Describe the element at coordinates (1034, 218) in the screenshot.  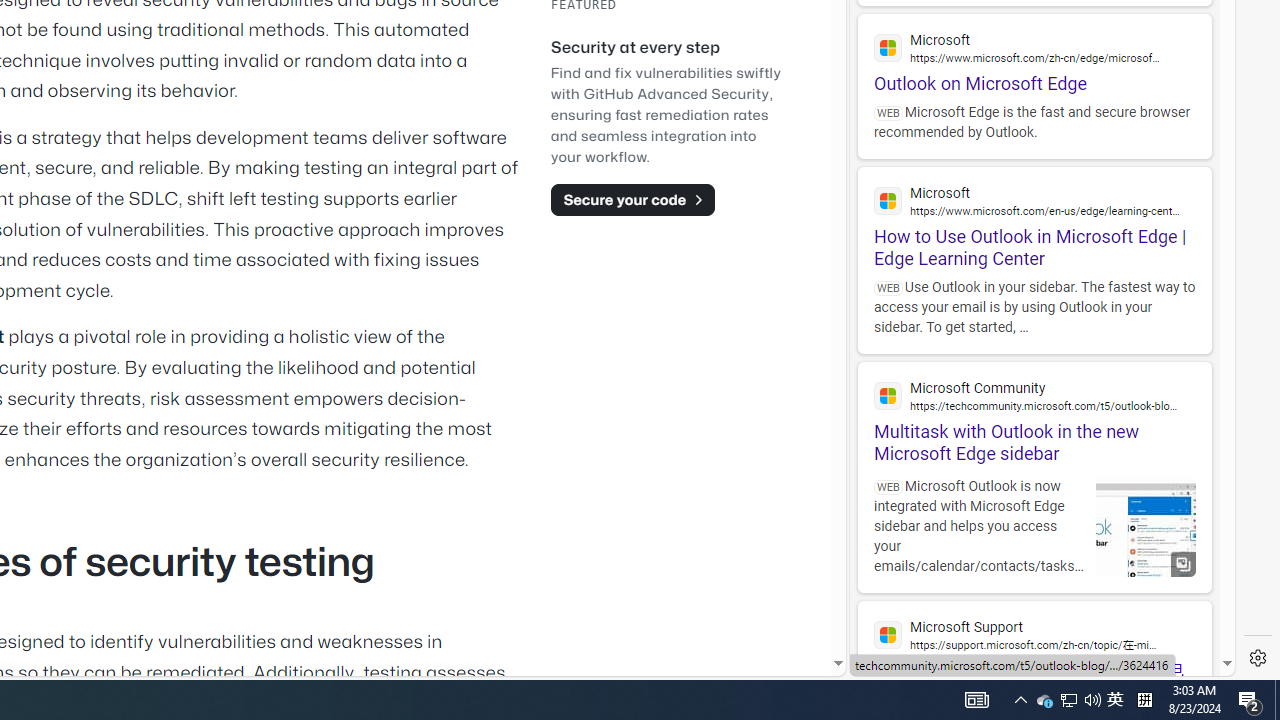
I see `'How to Use Outlook in Microsoft Edge | Edge Learning Center'` at that location.